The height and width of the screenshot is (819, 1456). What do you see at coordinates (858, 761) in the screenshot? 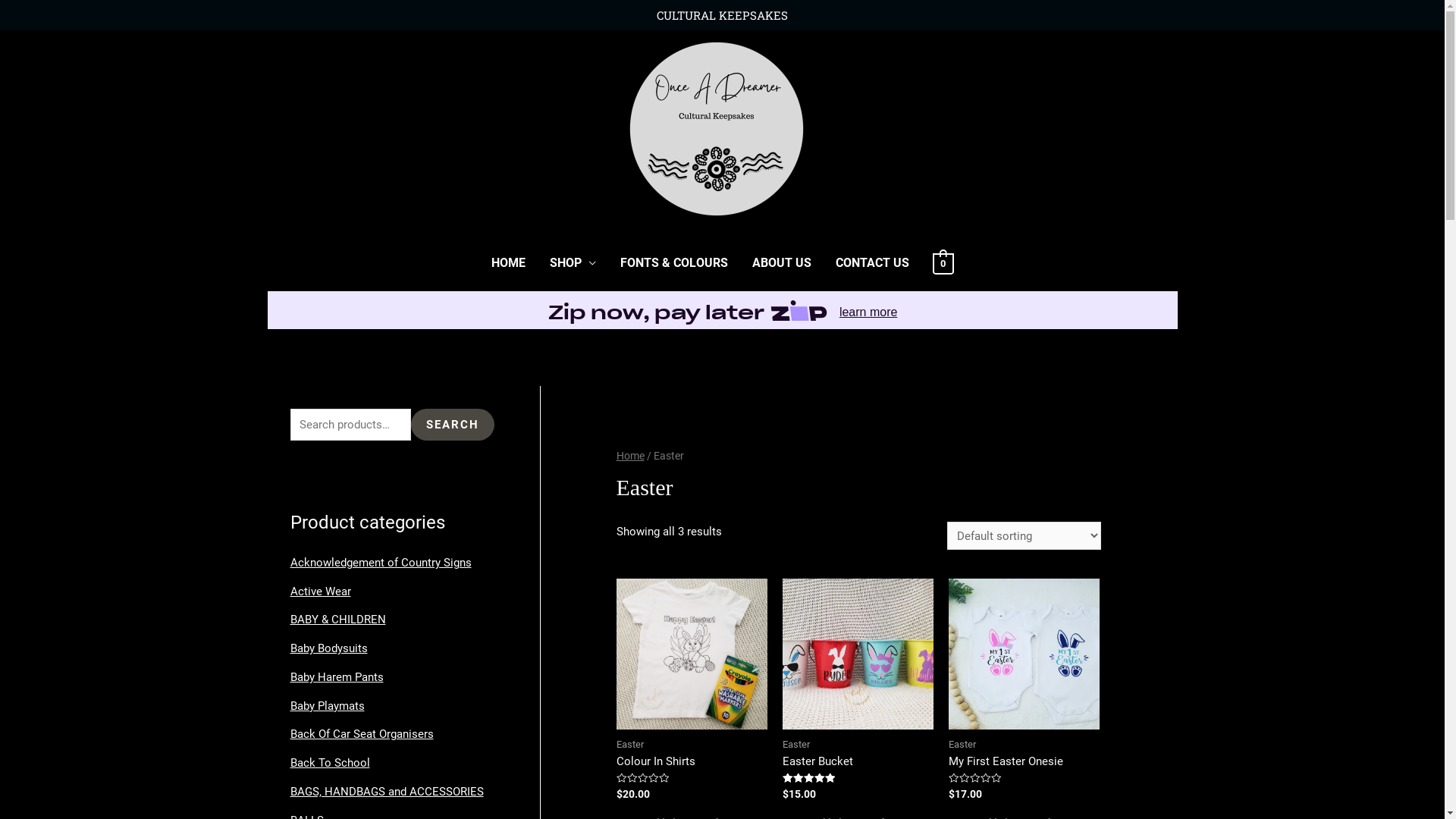
I see `'Easter Bucket'` at bounding box center [858, 761].